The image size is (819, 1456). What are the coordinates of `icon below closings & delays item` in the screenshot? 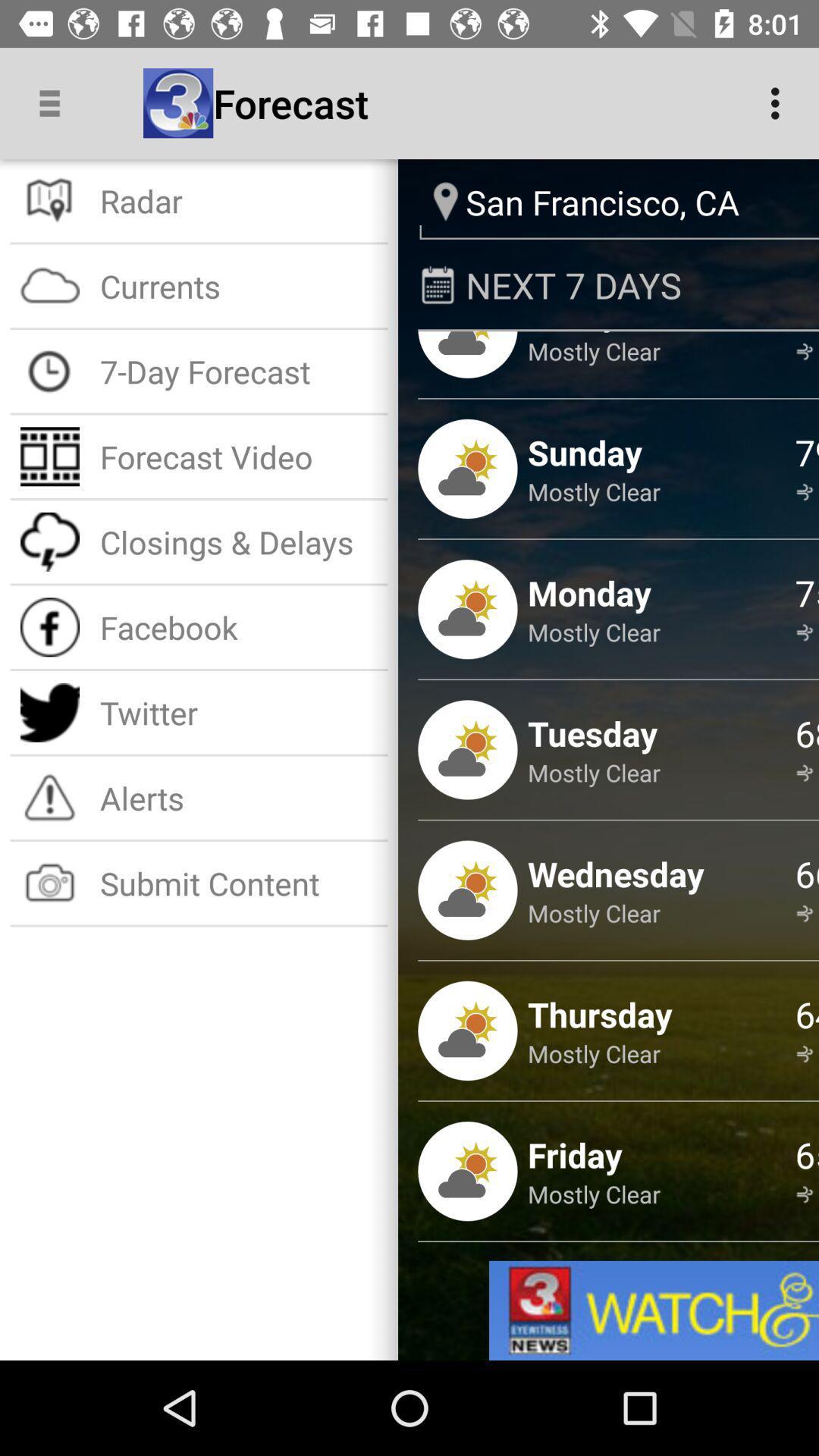 It's located at (239, 627).